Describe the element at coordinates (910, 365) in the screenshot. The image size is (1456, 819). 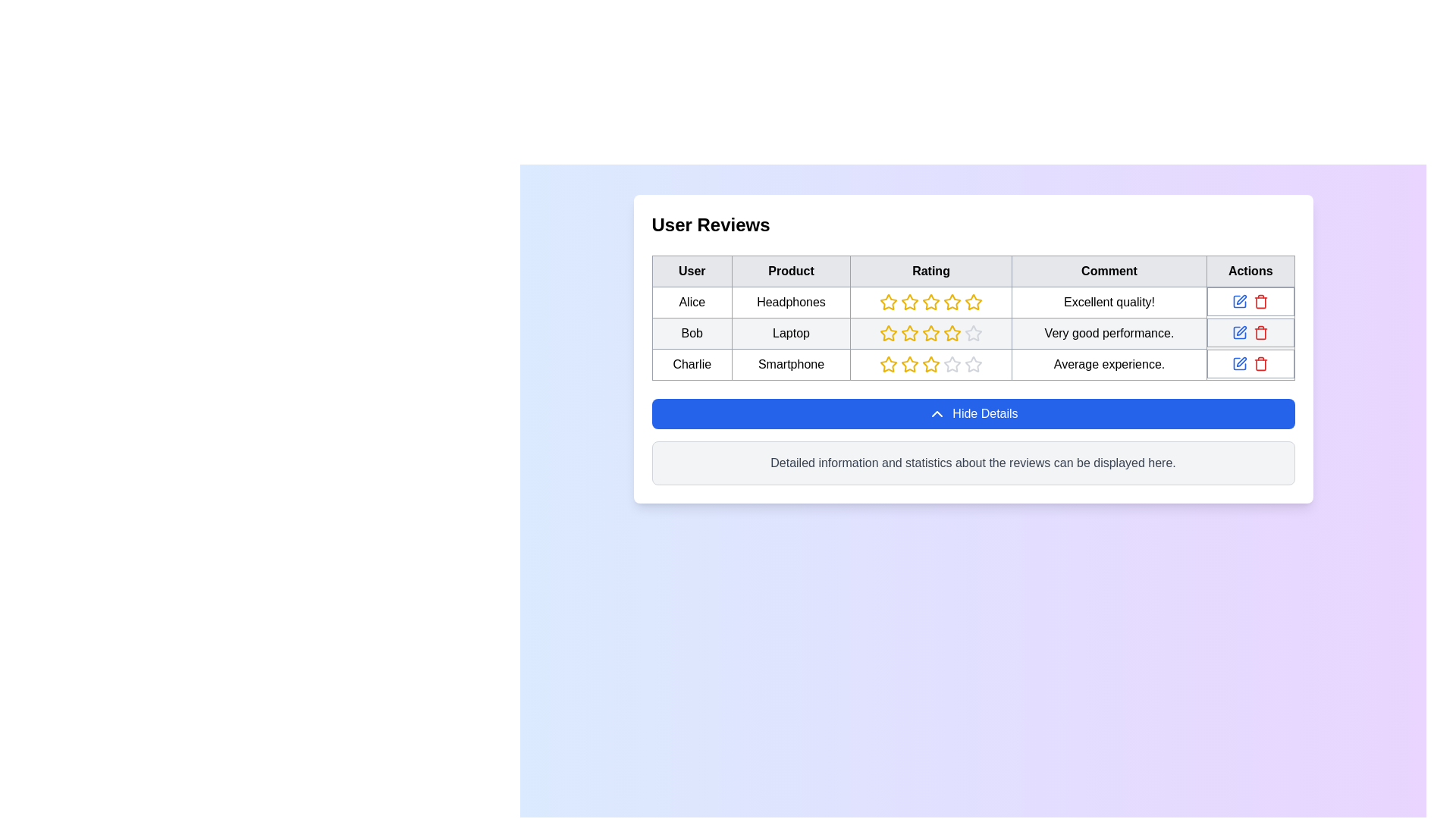
I see `the third star icon representing the rating score for the 'Charlie' entry in the 'User Reviews' table` at that location.